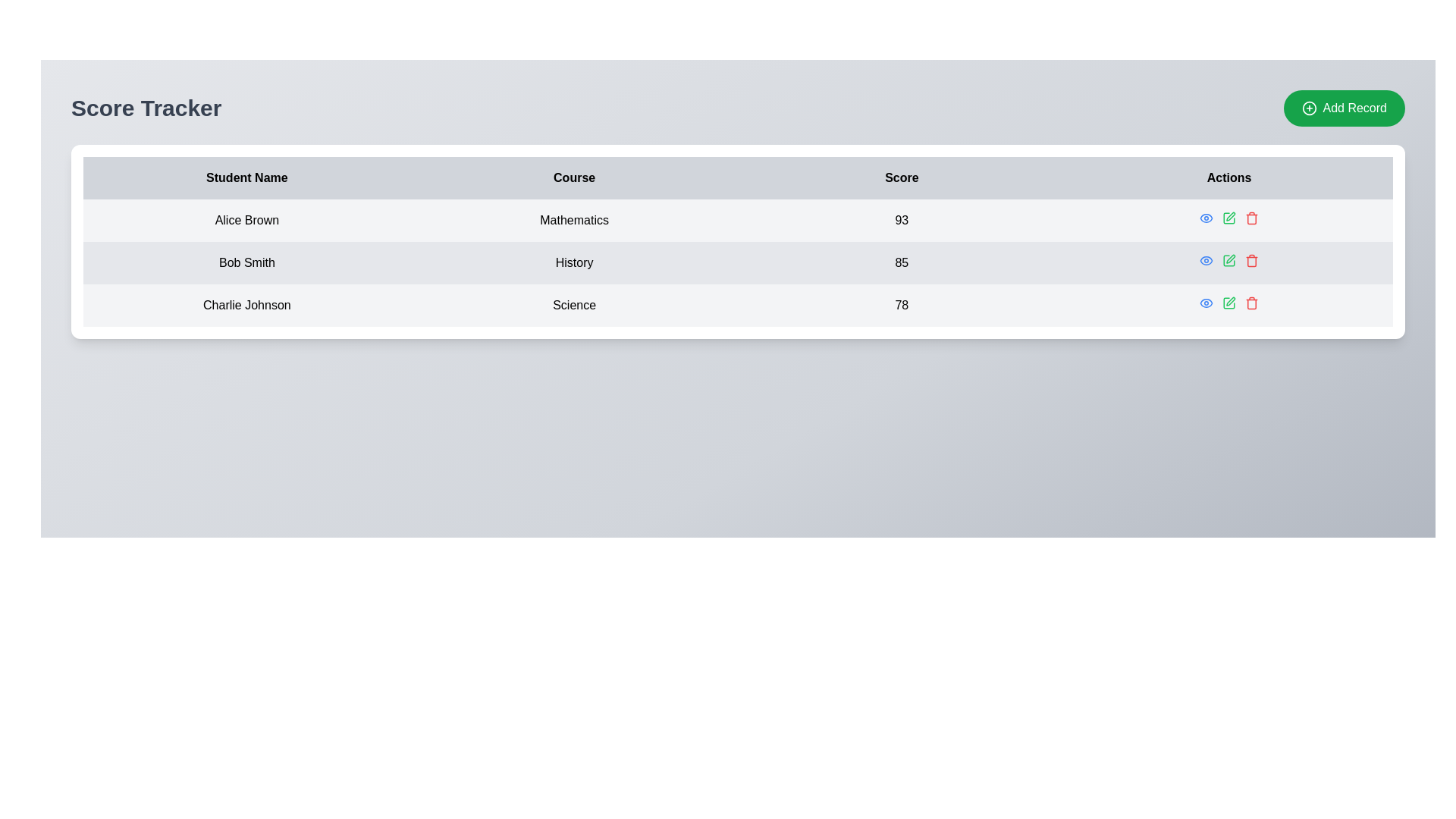  I want to click on text content of the label displaying 'Alice Brown' in the leftmost cell of the first row under the 'Student Name' column, so click(246, 220).